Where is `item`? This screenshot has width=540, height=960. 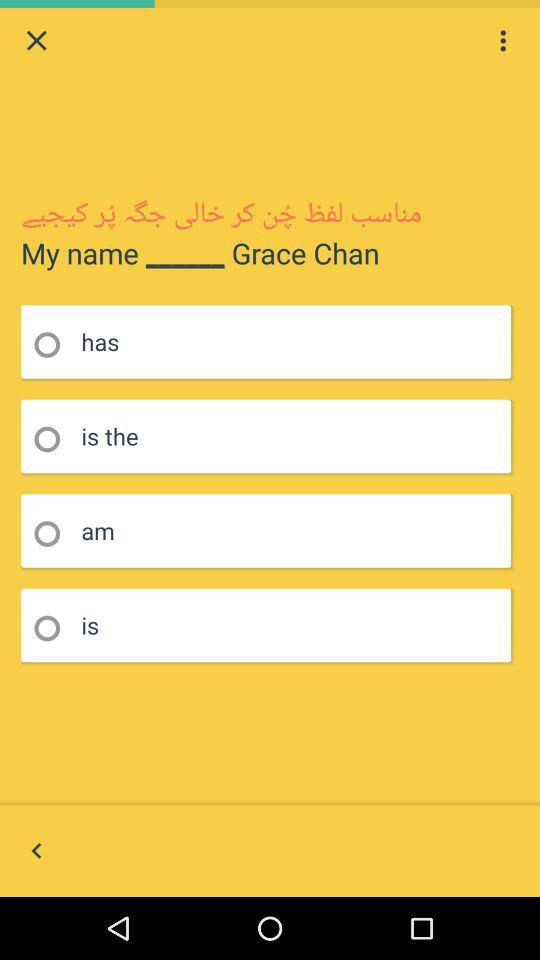
item is located at coordinates (53, 345).